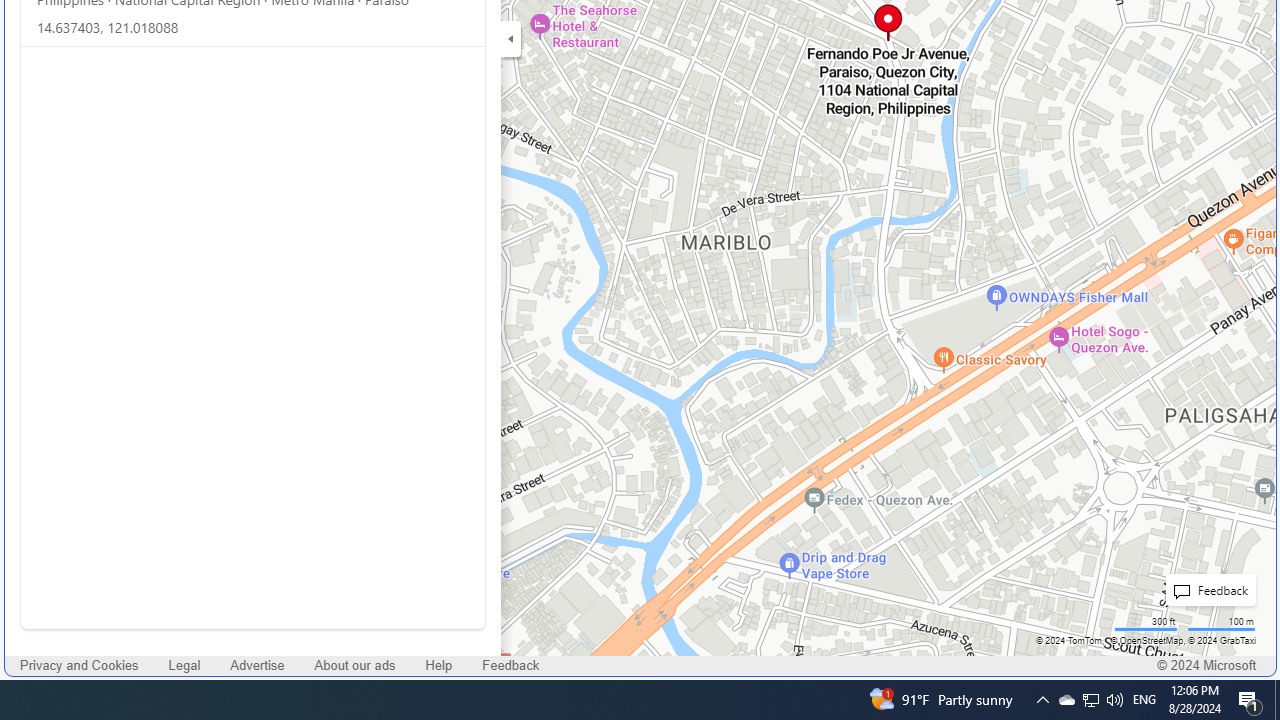 This screenshot has height=720, width=1280. What do you see at coordinates (79, 666) in the screenshot?
I see `'Privacy and Cookies'` at bounding box center [79, 666].